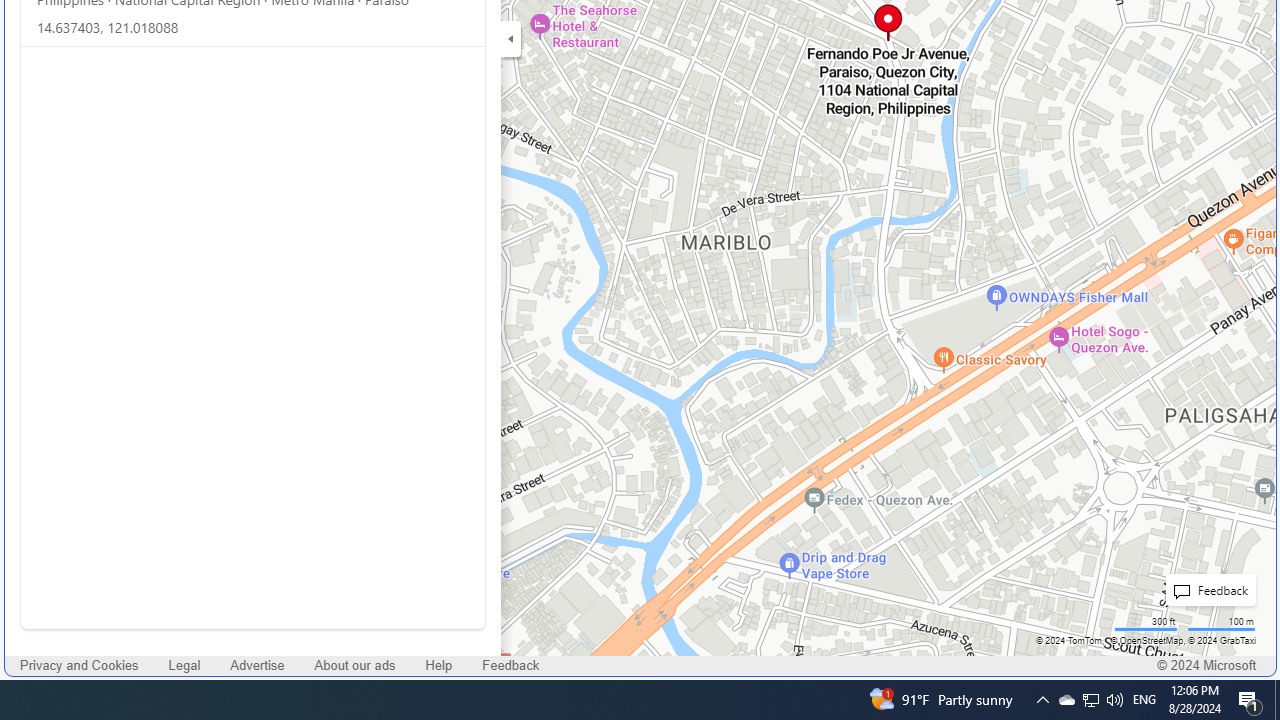 This screenshot has height=720, width=1280. What do you see at coordinates (79, 666) in the screenshot?
I see `'Privacy and Cookies'` at bounding box center [79, 666].